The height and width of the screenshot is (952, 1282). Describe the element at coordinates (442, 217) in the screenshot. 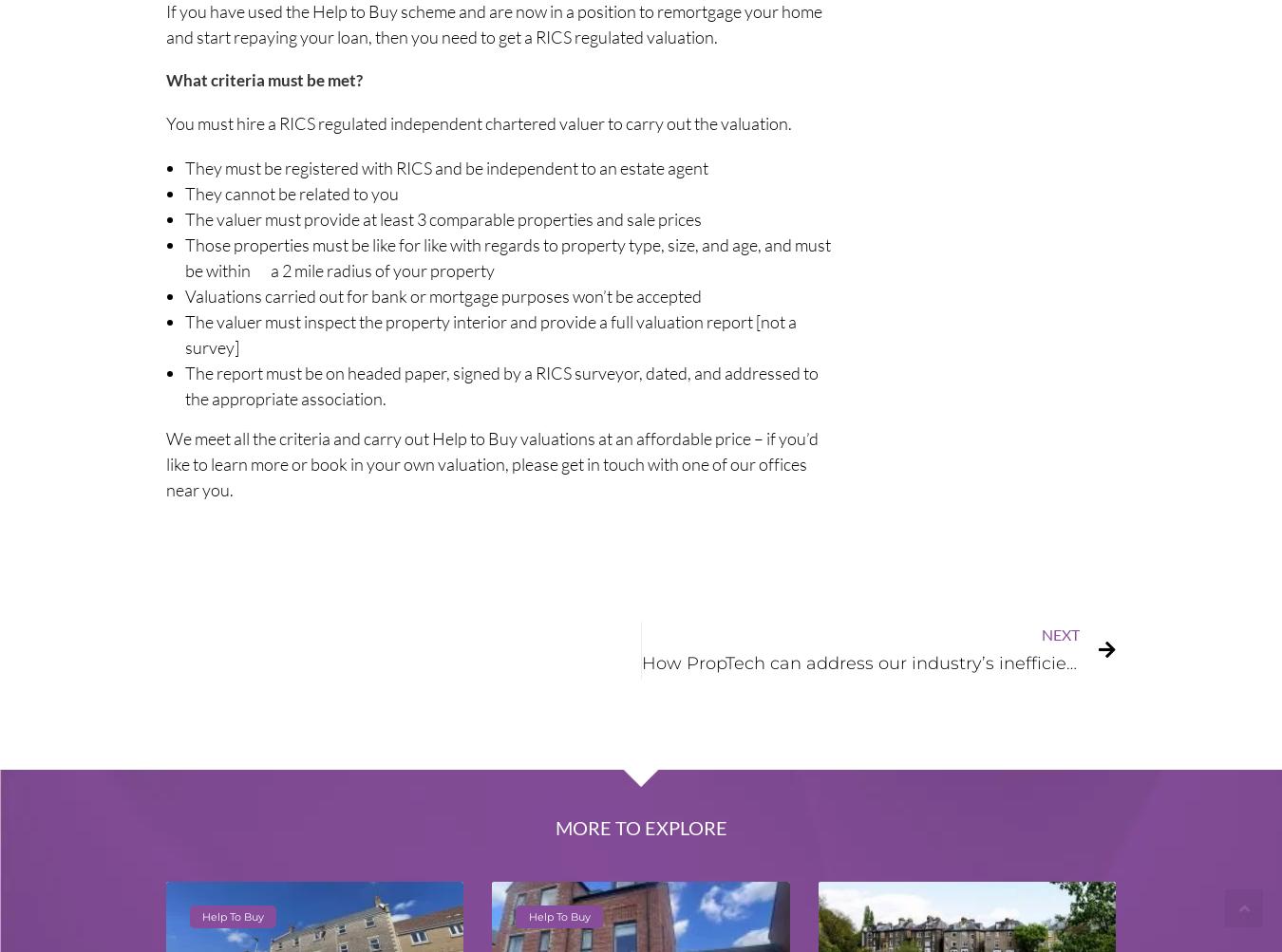

I see `'The valuer must provide at least 3 comparable properties and sale prices'` at that location.